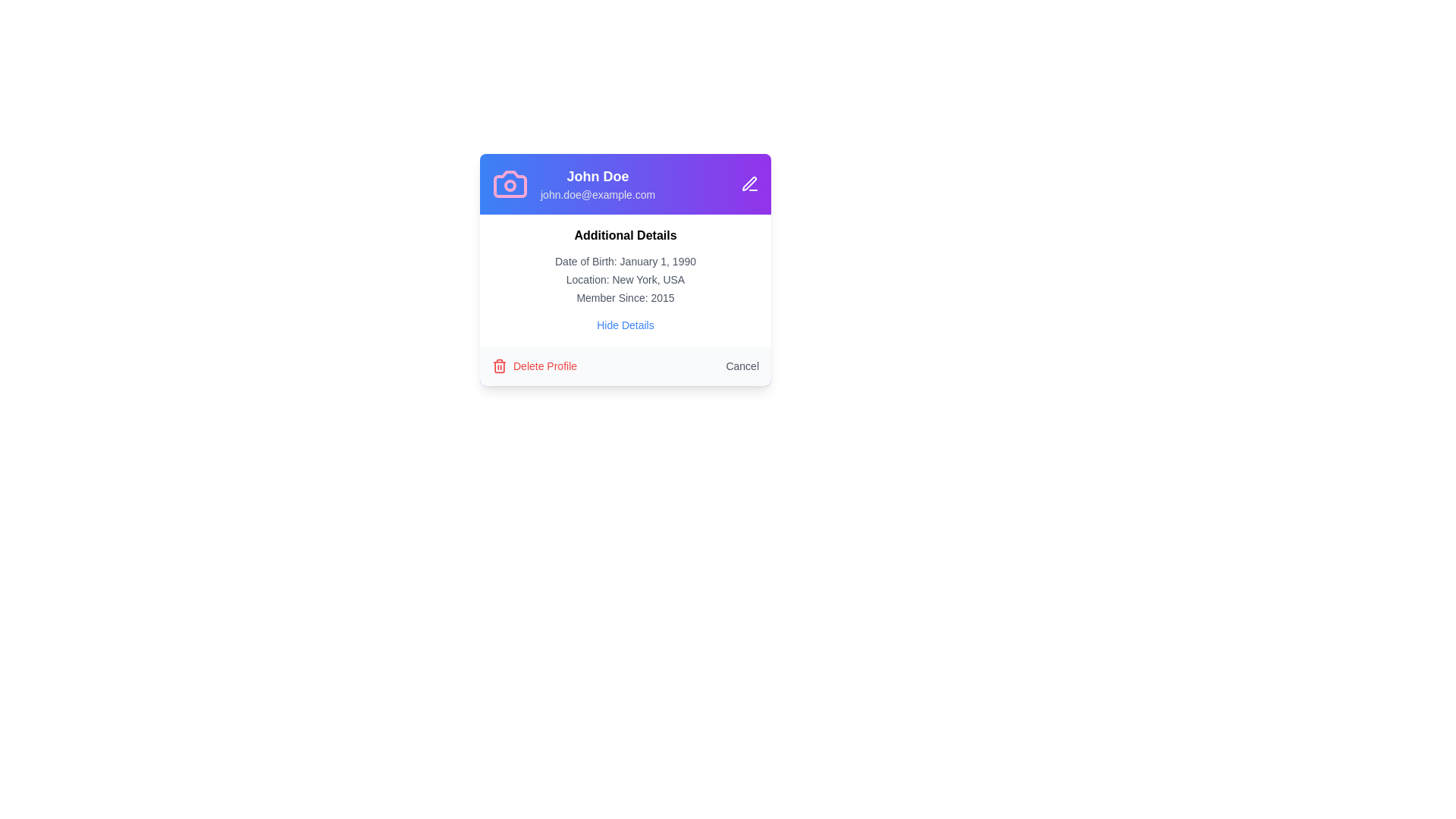 The height and width of the screenshot is (819, 1456). I want to click on the cancel button located at the bottom-right corner of the card section, next to the 'Delete Profile' button, so click(742, 366).